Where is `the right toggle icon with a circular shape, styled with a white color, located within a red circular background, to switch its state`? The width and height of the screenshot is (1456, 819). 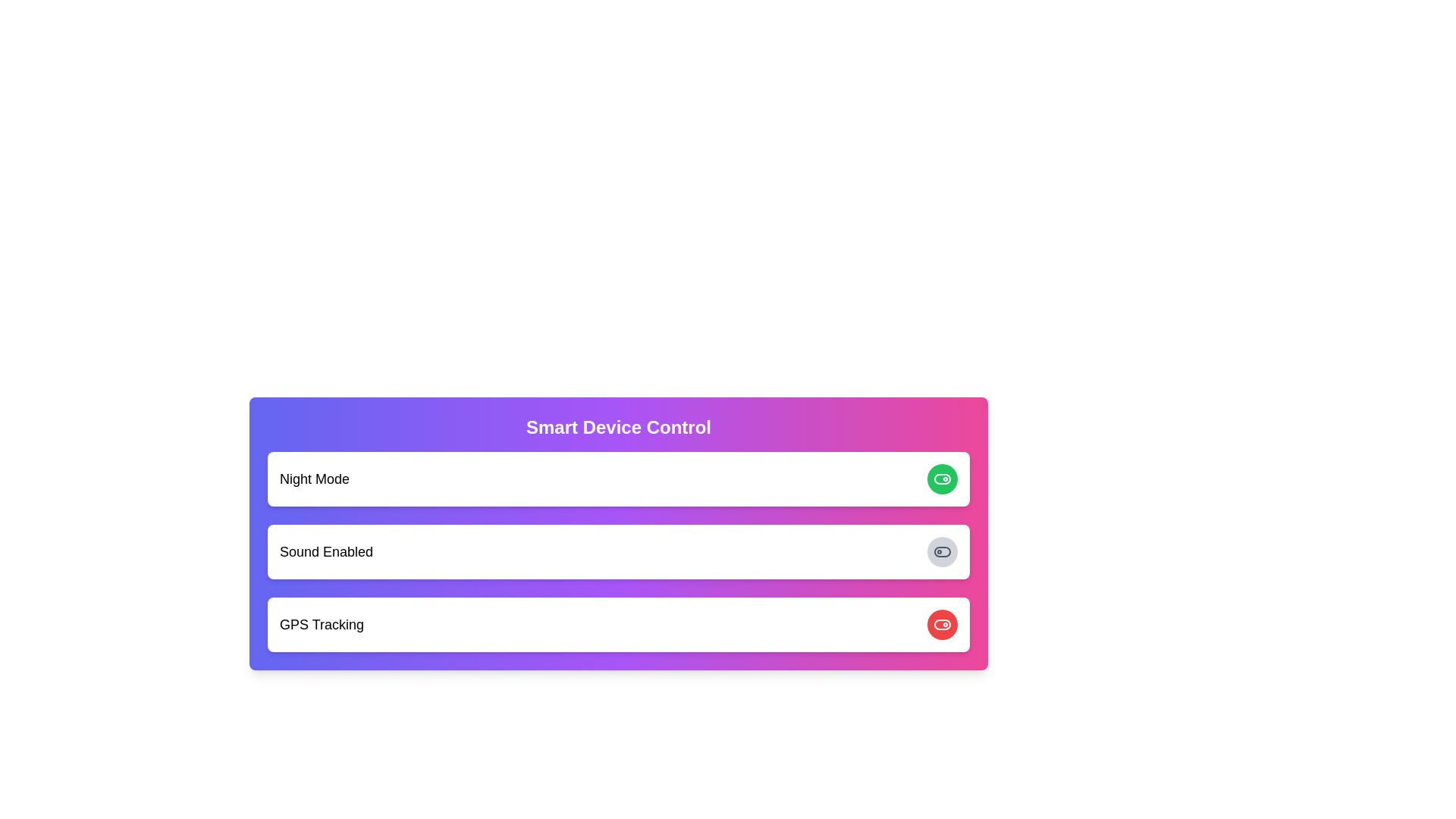 the right toggle icon with a circular shape, styled with a white color, located within a red circular background, to switch its state is located at coordinates (942, 625).